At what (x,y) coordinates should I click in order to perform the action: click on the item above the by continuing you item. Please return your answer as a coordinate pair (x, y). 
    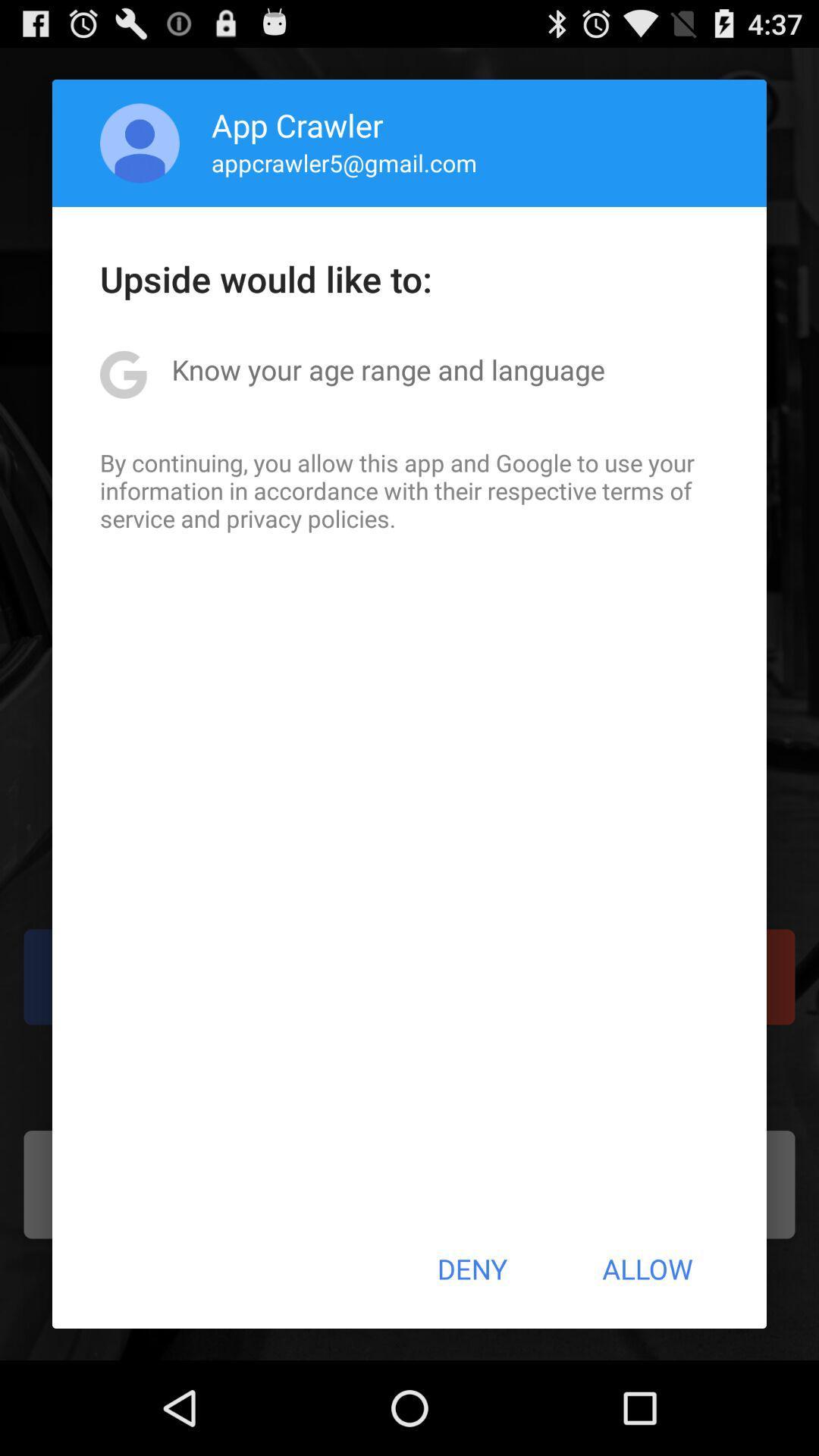
    Looking at the image, I should click on (388, 369).